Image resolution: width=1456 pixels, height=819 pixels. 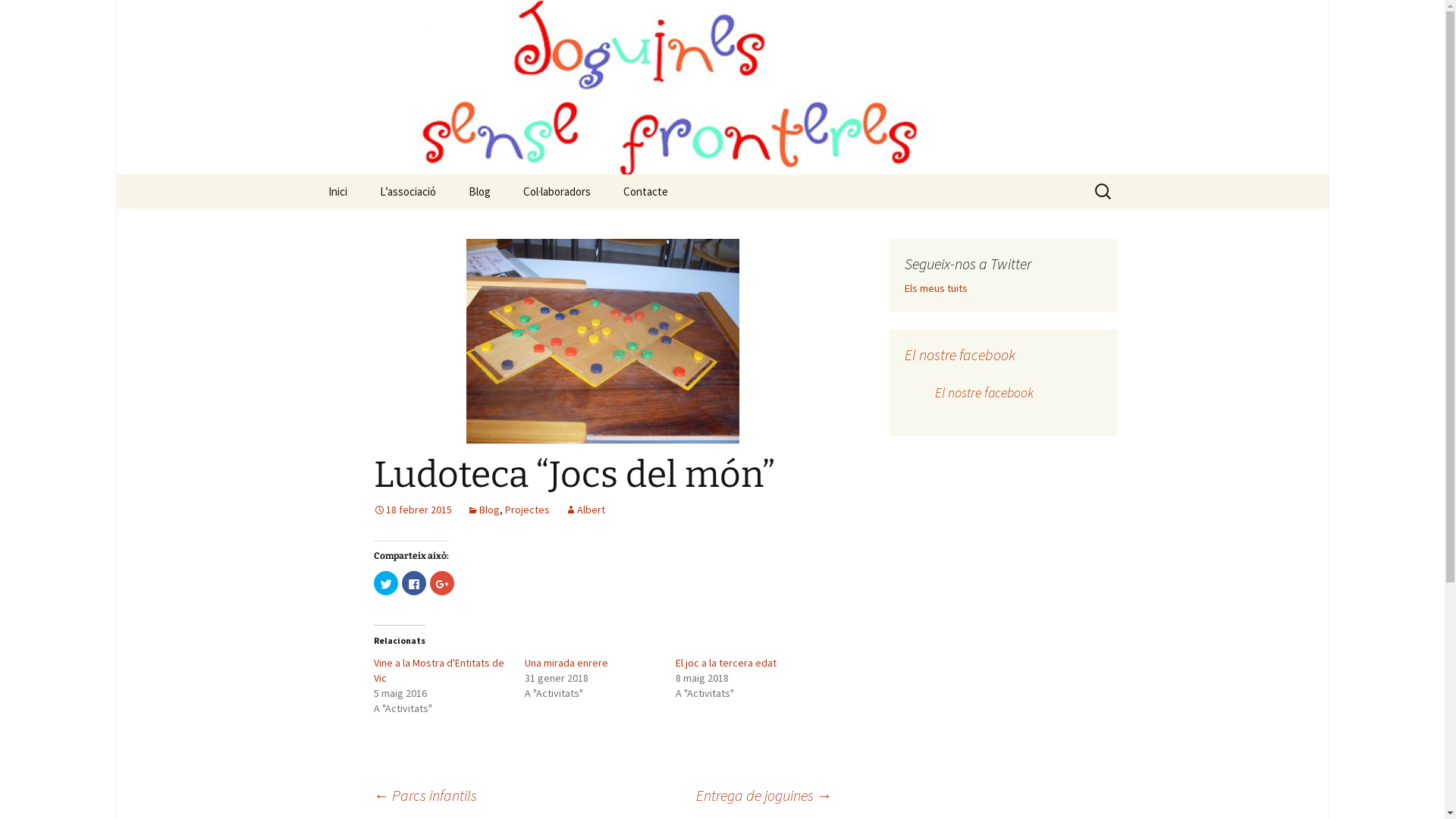 I want to click on 'Cerca', so click(x=18, y=17).